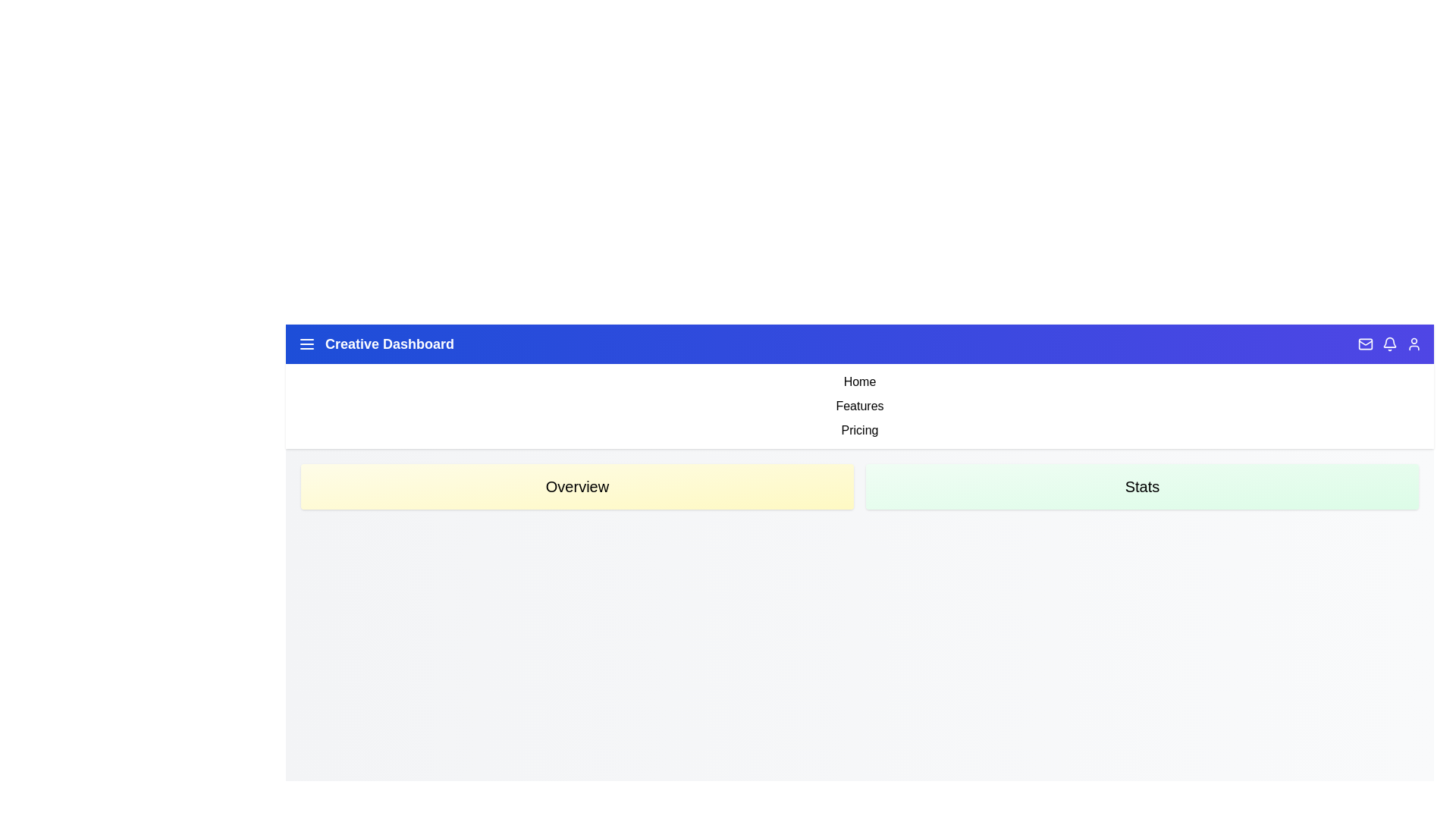 Image resolution: width=1456 pixels, height=819 pixels. Describe the element at coordinates (306, 344) in the screenshot. I see `the menu icon to toggle the sidebar menu` at that location.